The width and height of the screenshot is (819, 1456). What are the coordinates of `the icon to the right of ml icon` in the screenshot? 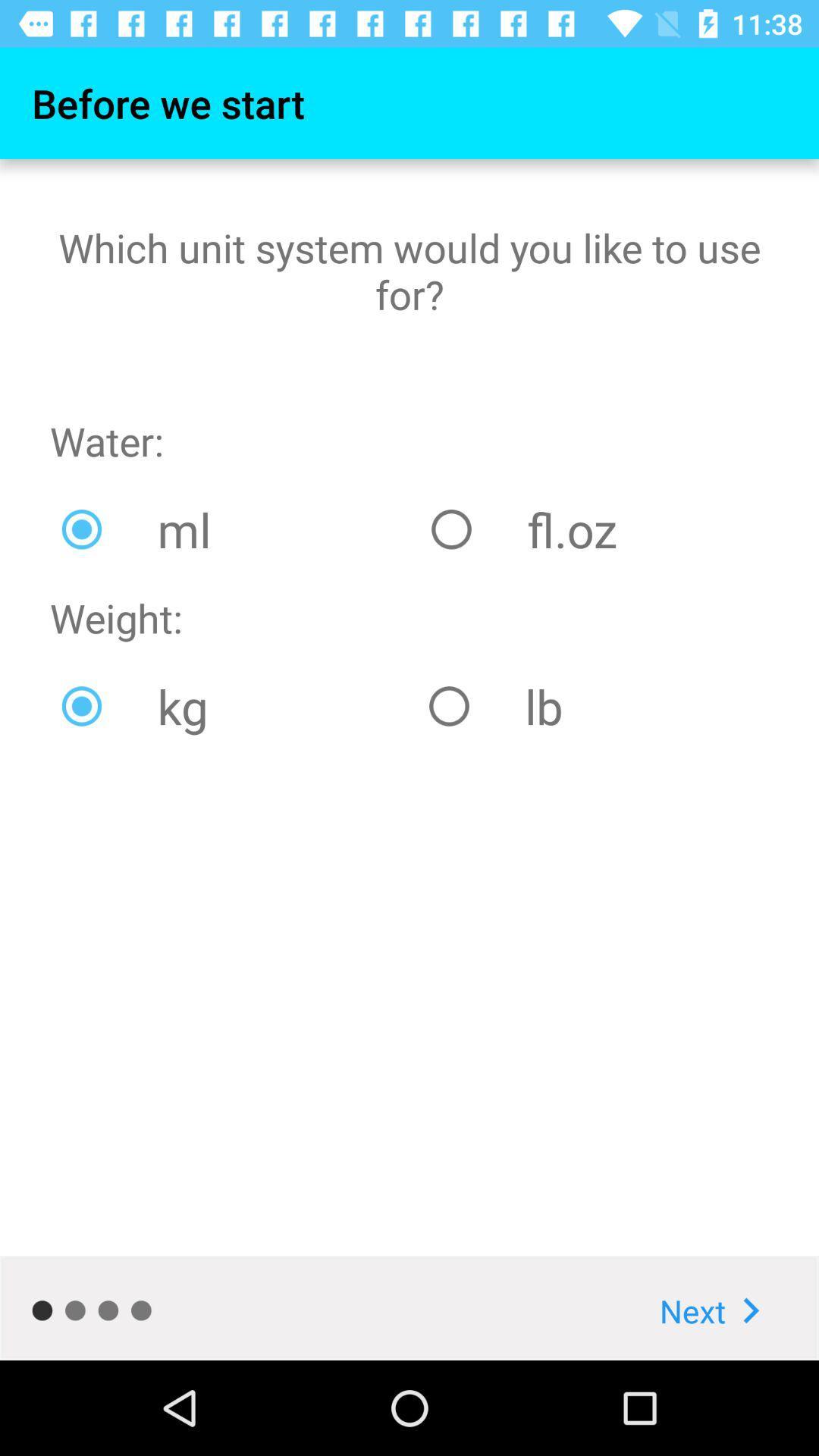 It's located at (593, 529).